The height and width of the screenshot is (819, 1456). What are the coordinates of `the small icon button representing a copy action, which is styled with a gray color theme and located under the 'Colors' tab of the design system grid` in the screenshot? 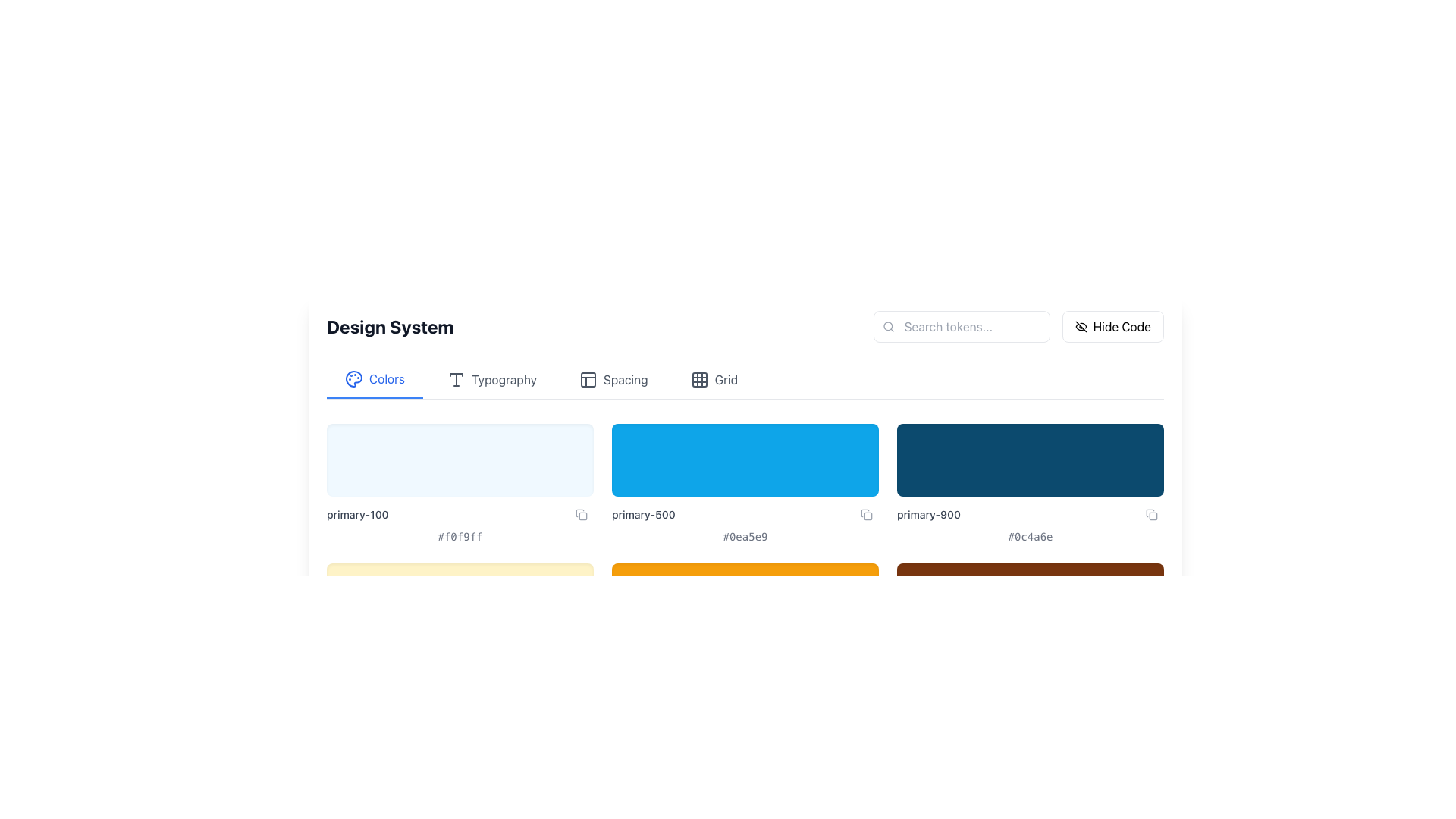 It's located at (866, 513).